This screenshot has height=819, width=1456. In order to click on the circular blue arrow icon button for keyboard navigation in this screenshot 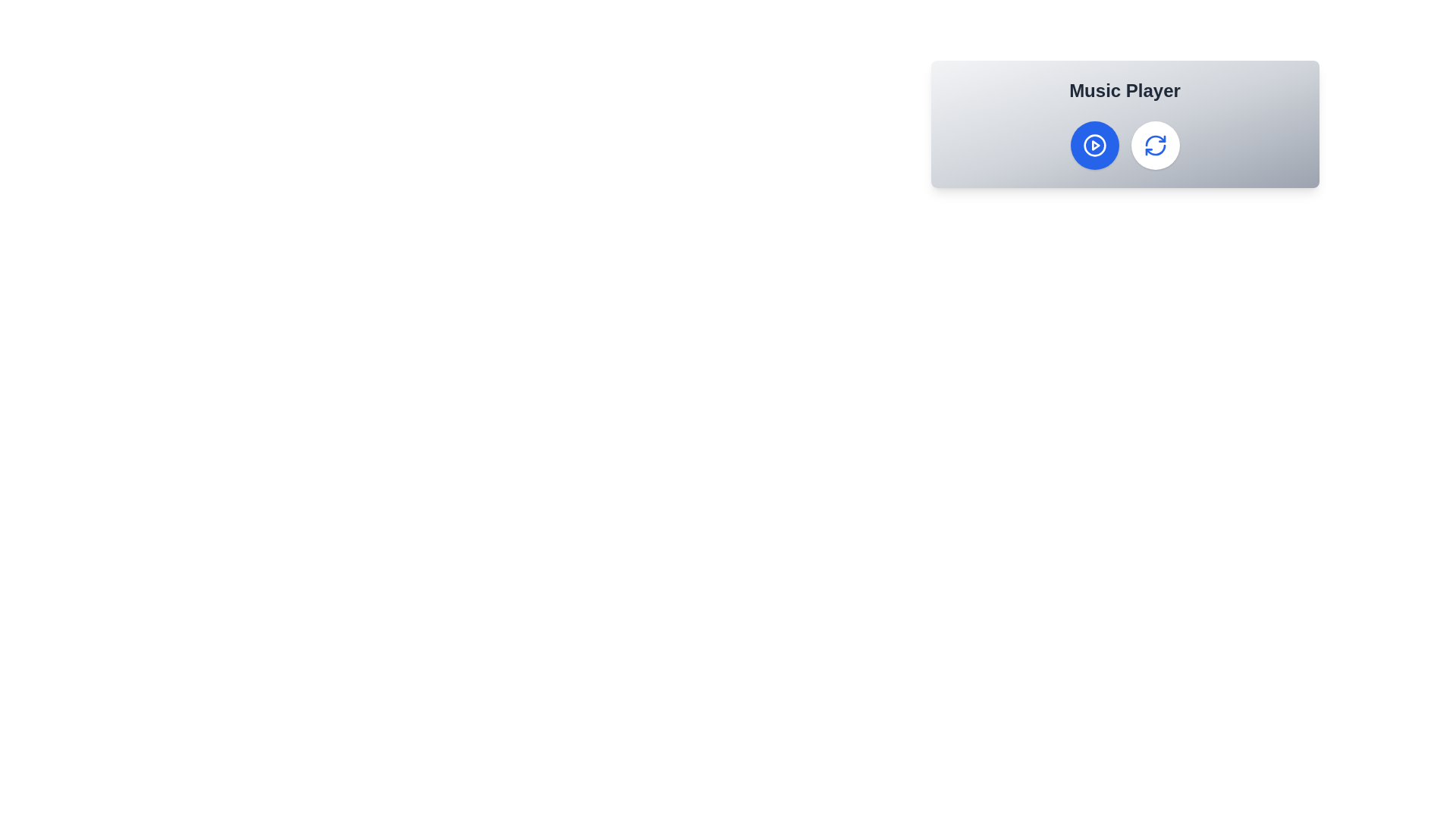, I will do `click(1154, 146)`.